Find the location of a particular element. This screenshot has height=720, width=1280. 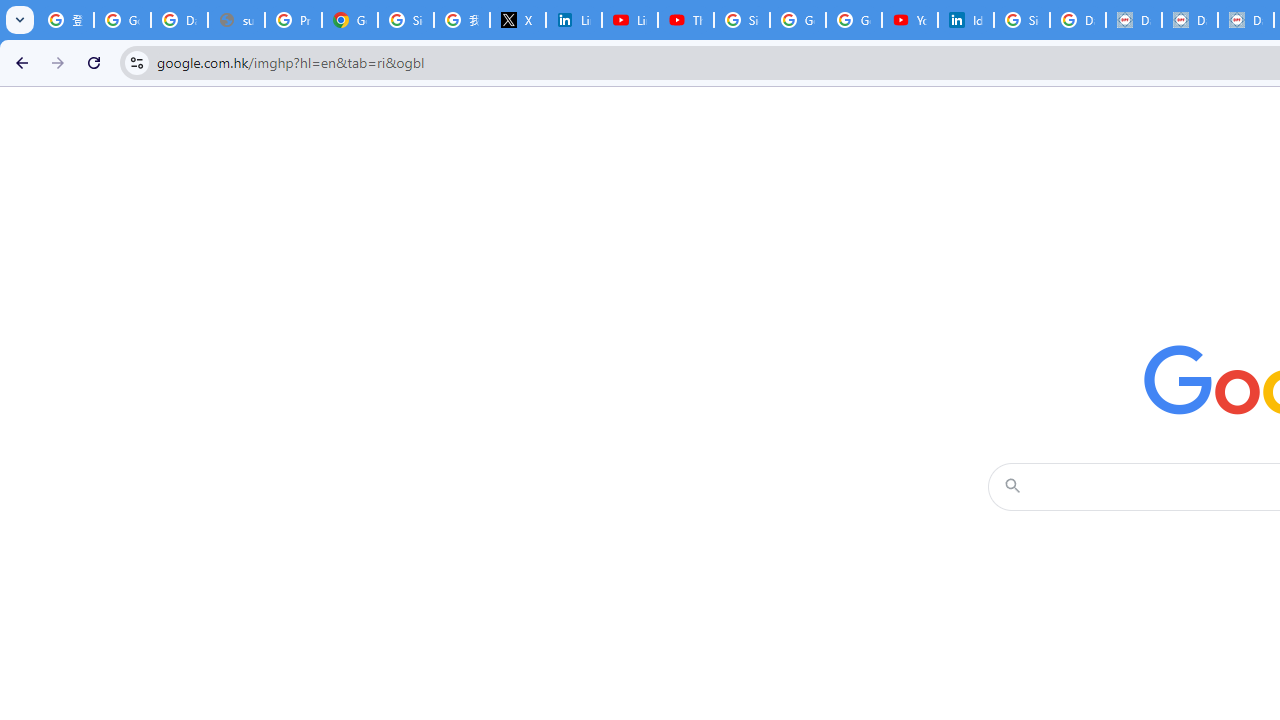

'Data Privacy Framework' is located at coordinates (1134, 20).